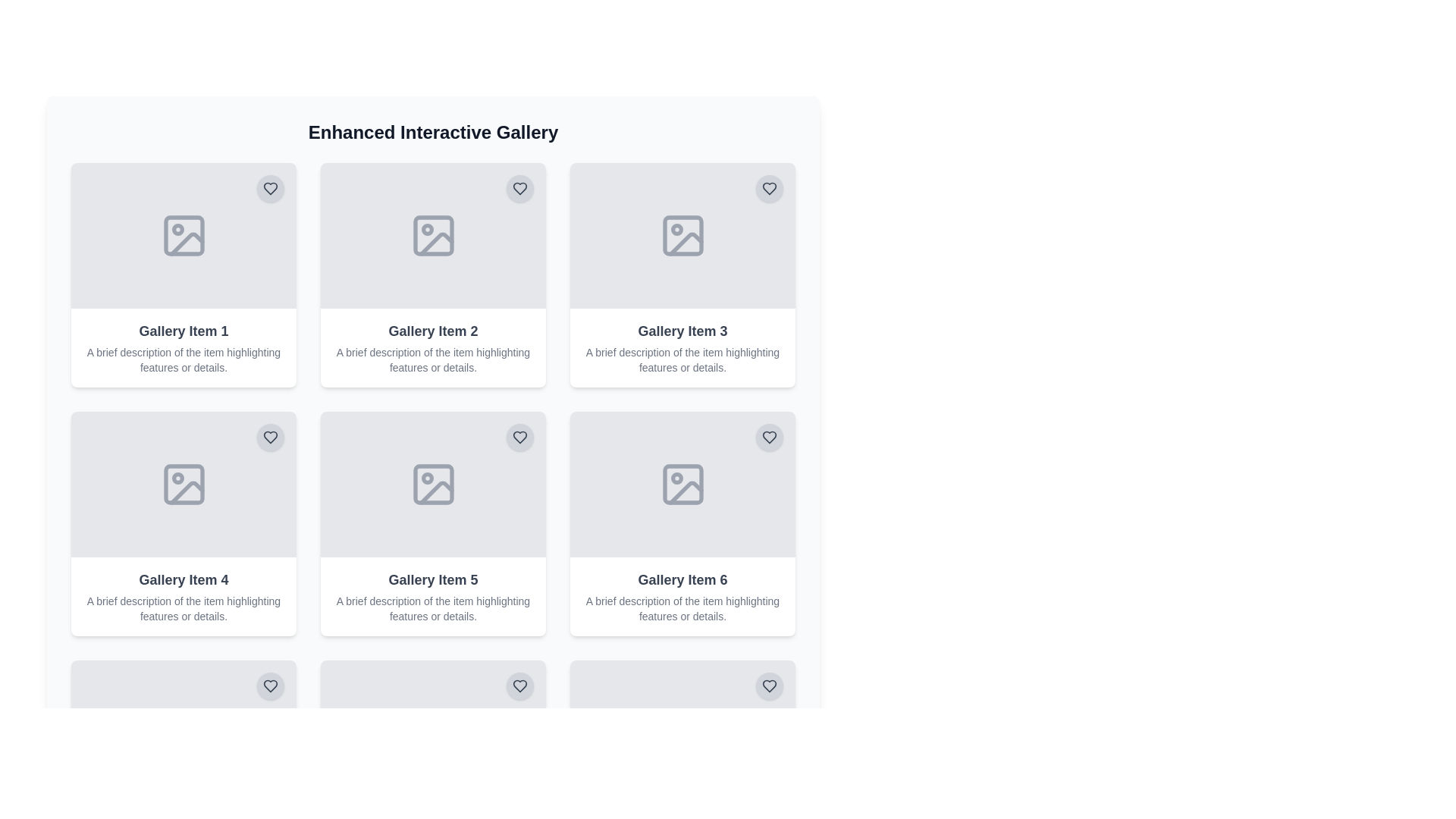 Image resolution: width=1456 pixels, height=819 pixels. What do you see at coordinates (183, 236) in the screenshot?
I see `the Image placeholder within the card component titled 'Gallery Item 1', which features a stylized picture frame icon and a heart button in the top-right corner` at bounding box center [183, 236].